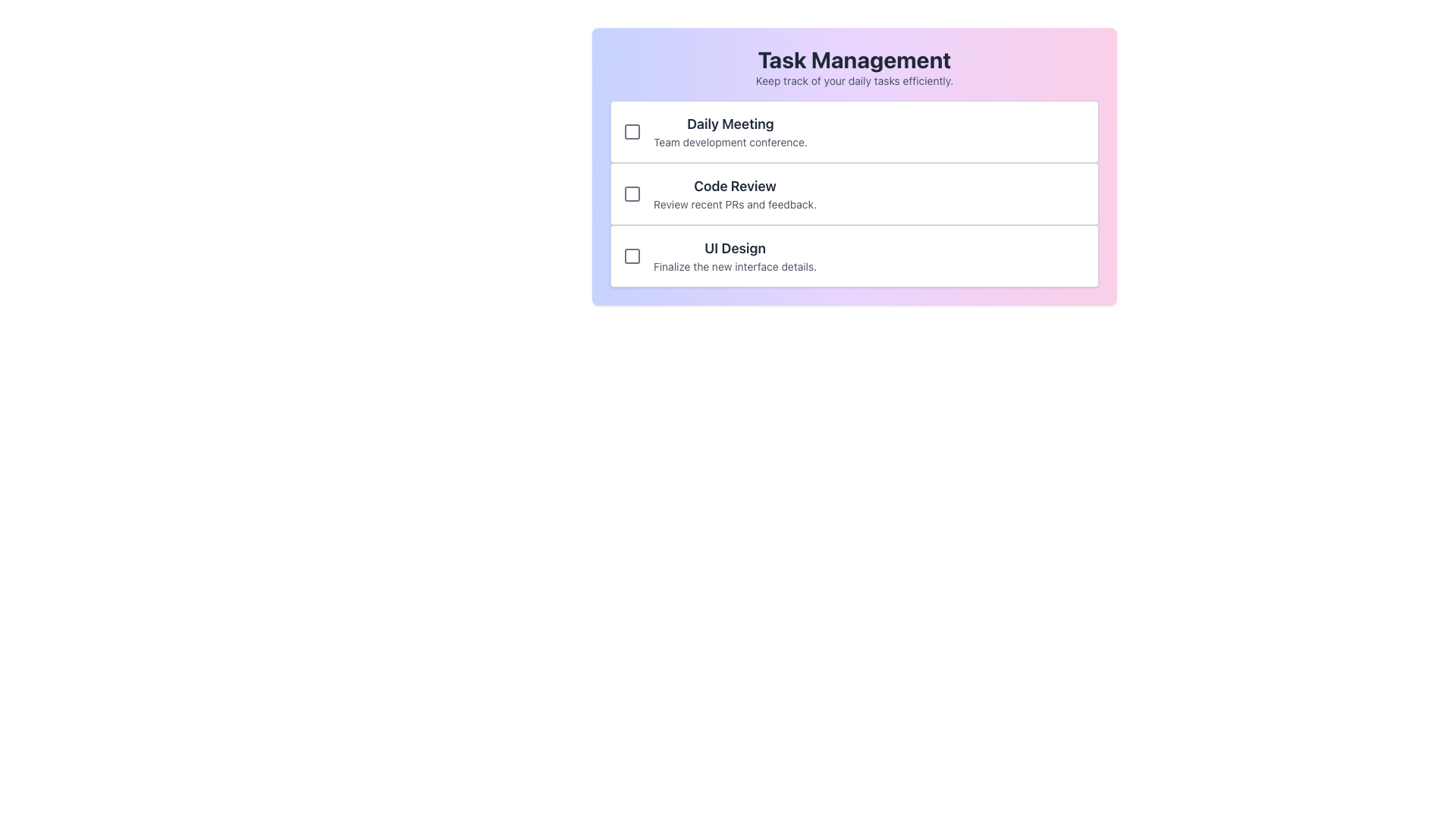 The height and width of the screenshot is (819, 1456). I want to click on the text label displaying 'Finalize the new interface details.' which is positioned under the 'UI Design' heading in the task management list, so click(735, 265).